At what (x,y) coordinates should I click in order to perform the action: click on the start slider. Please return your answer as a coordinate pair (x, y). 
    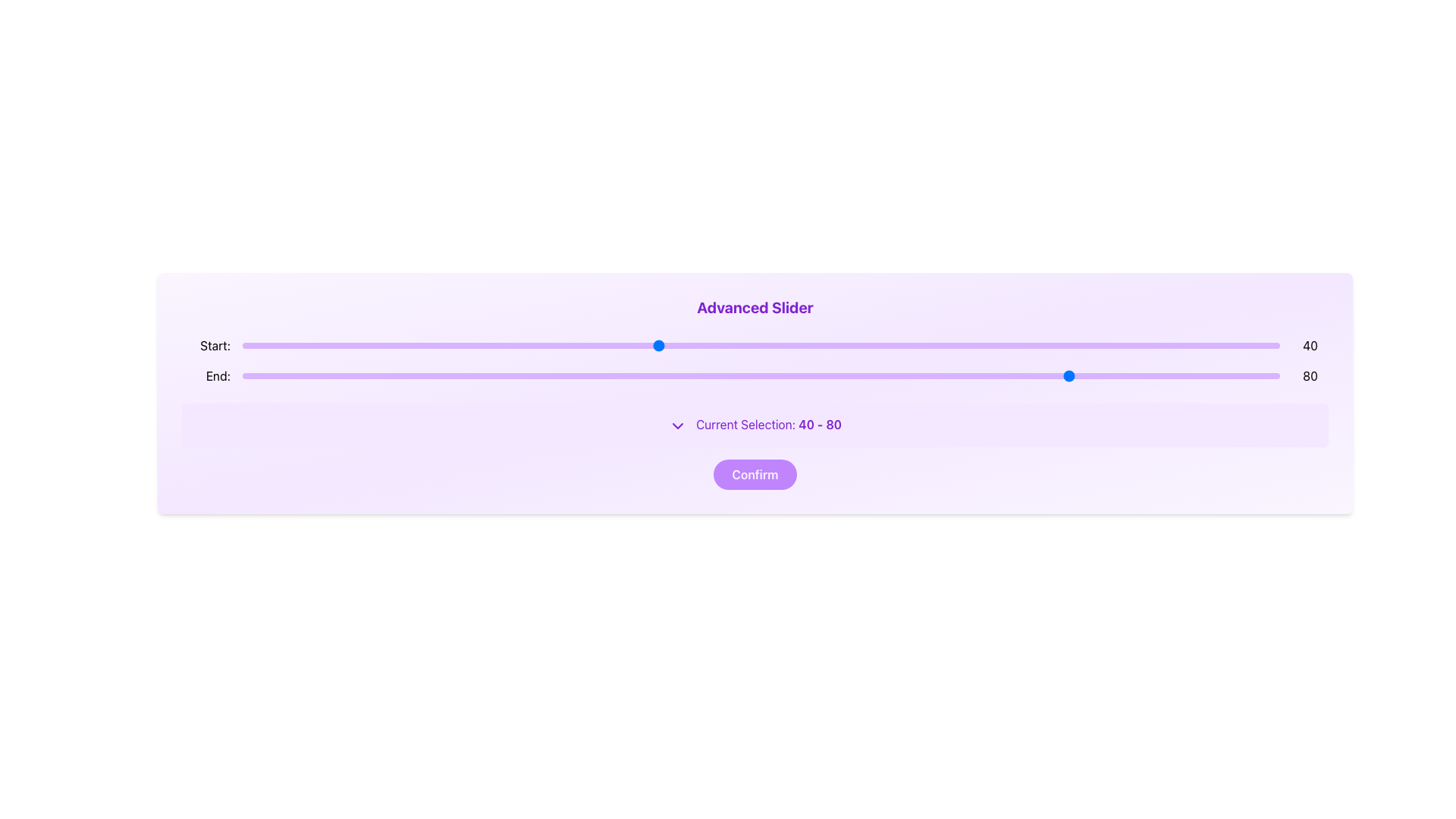
    Looking at the image, I should click on (979, 345).